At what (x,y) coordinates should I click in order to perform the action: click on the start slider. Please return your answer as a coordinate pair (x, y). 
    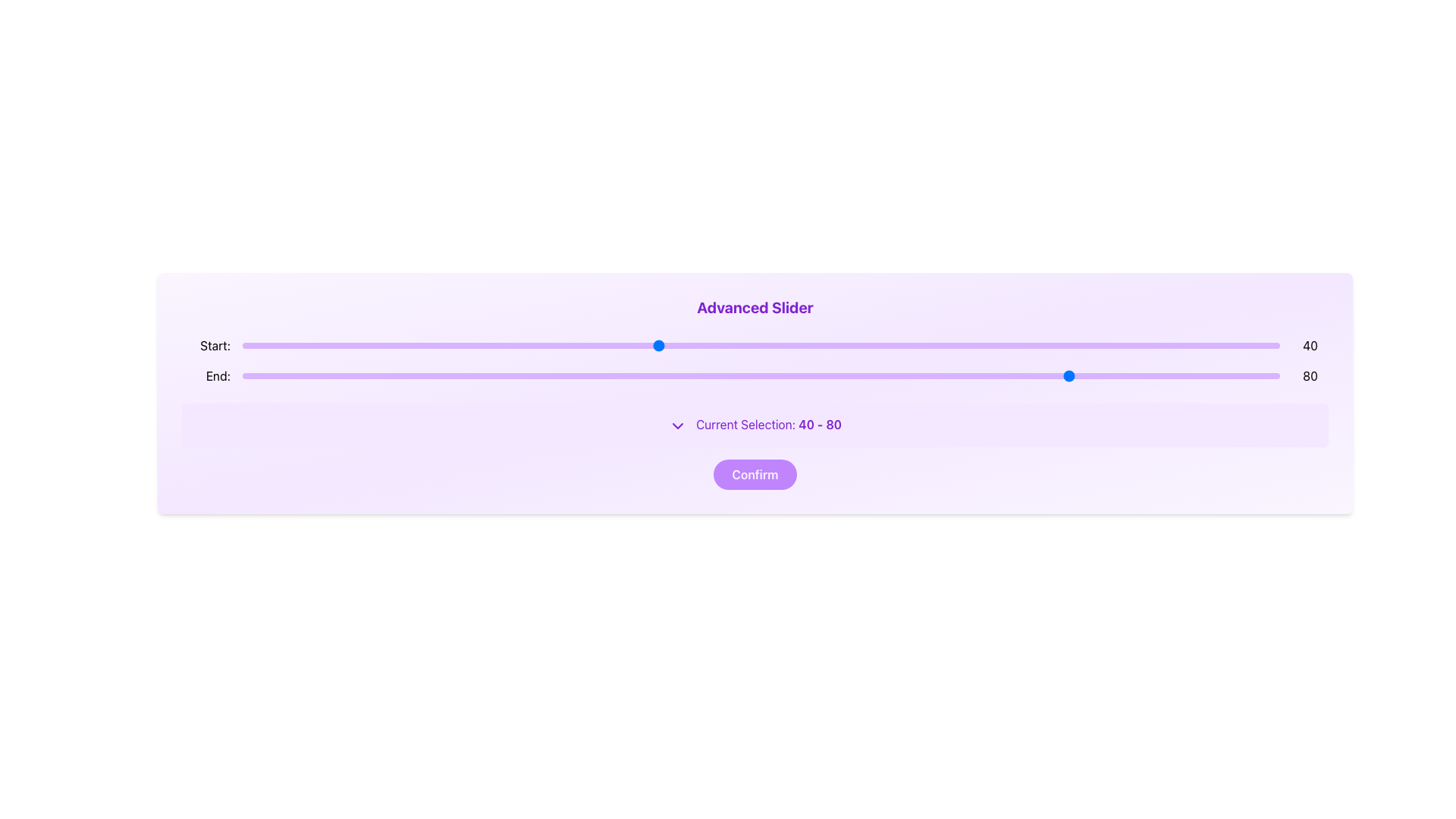
    Looking at the image, I should click on (979, 345).